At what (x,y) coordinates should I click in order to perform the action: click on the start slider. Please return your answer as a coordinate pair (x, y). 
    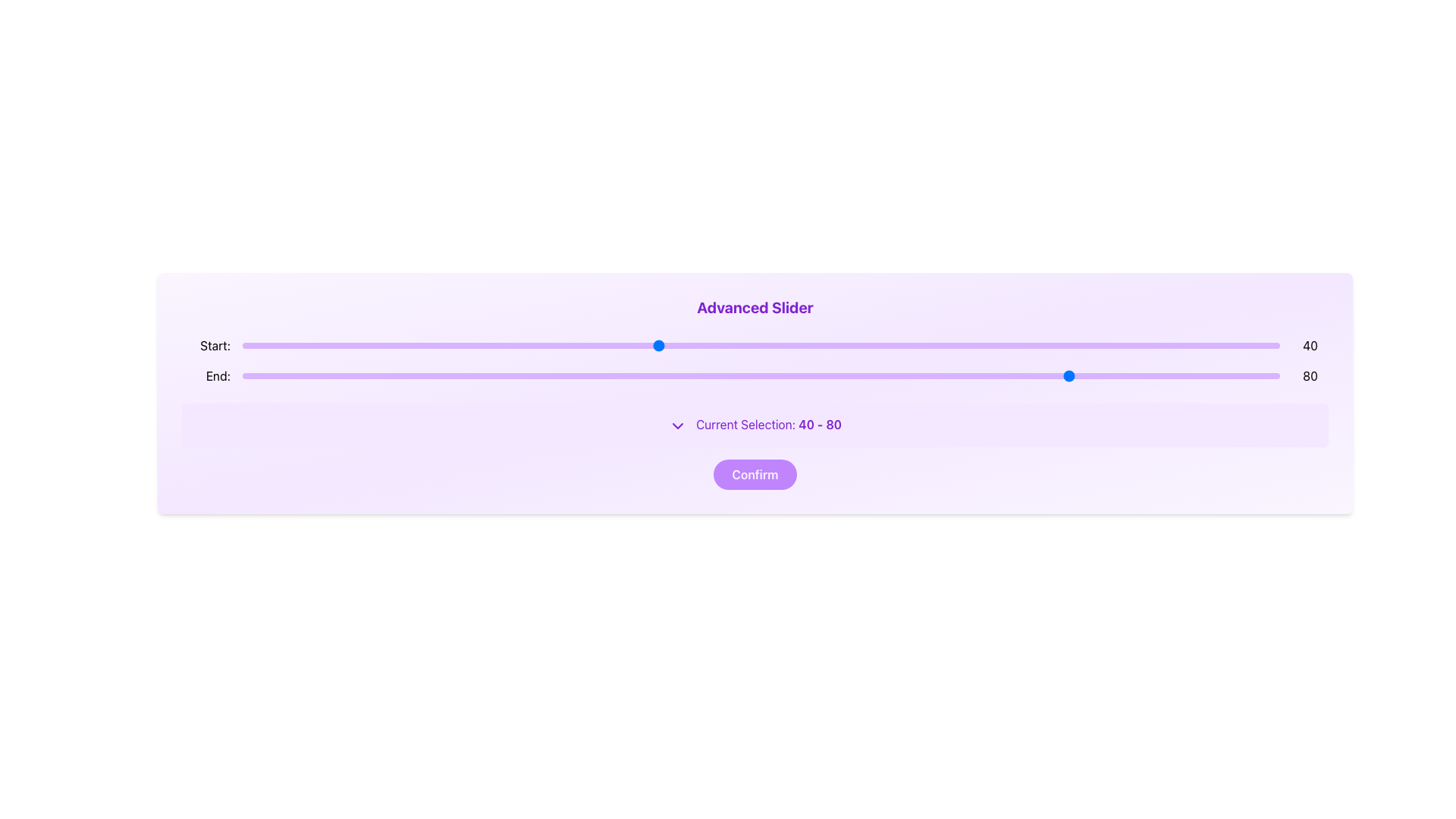
    Looking at the image, I should click on (979, 345).